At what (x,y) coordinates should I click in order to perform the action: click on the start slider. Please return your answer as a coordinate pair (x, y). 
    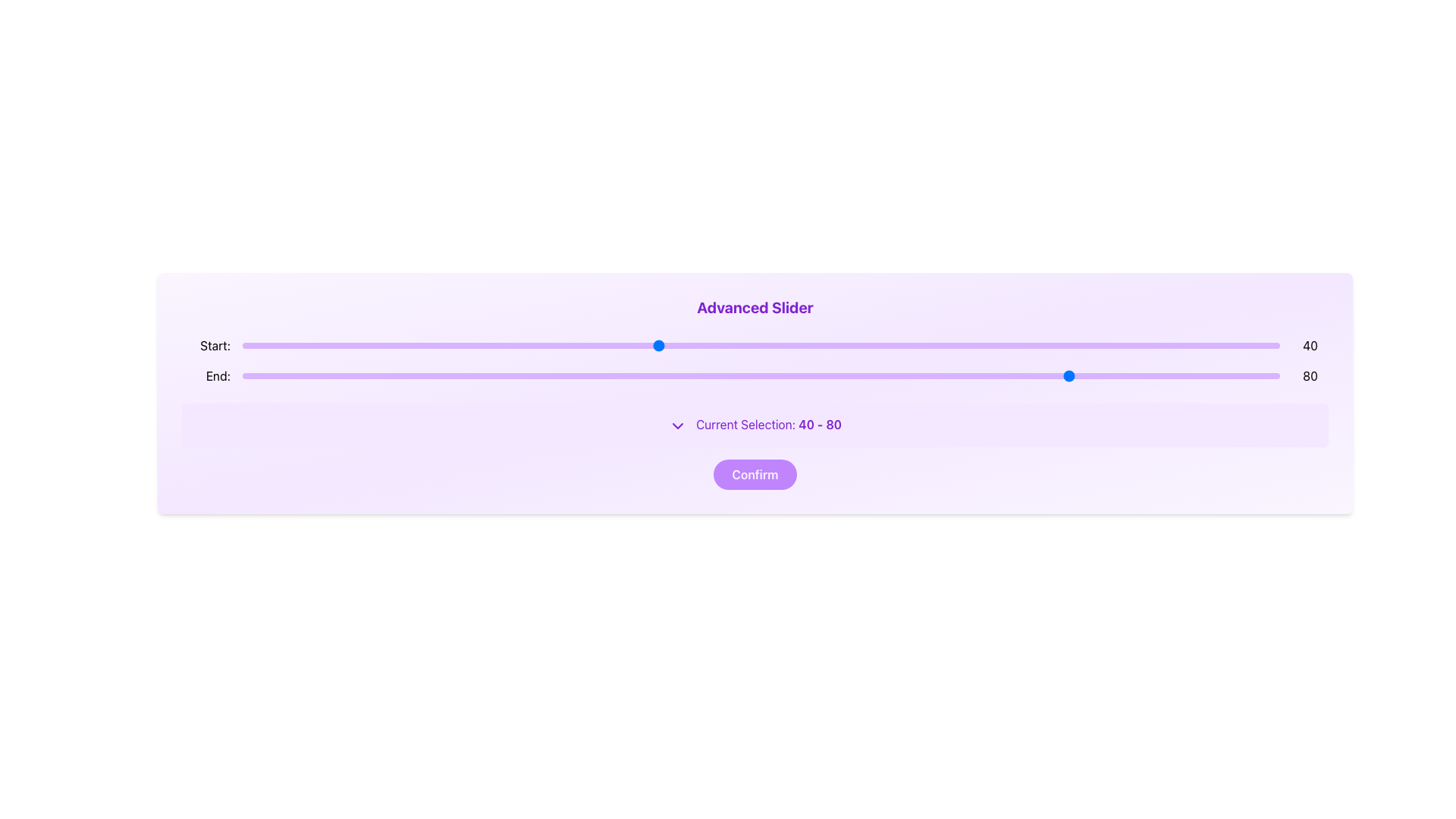
    Looking at the image, I should click on (979, 345).